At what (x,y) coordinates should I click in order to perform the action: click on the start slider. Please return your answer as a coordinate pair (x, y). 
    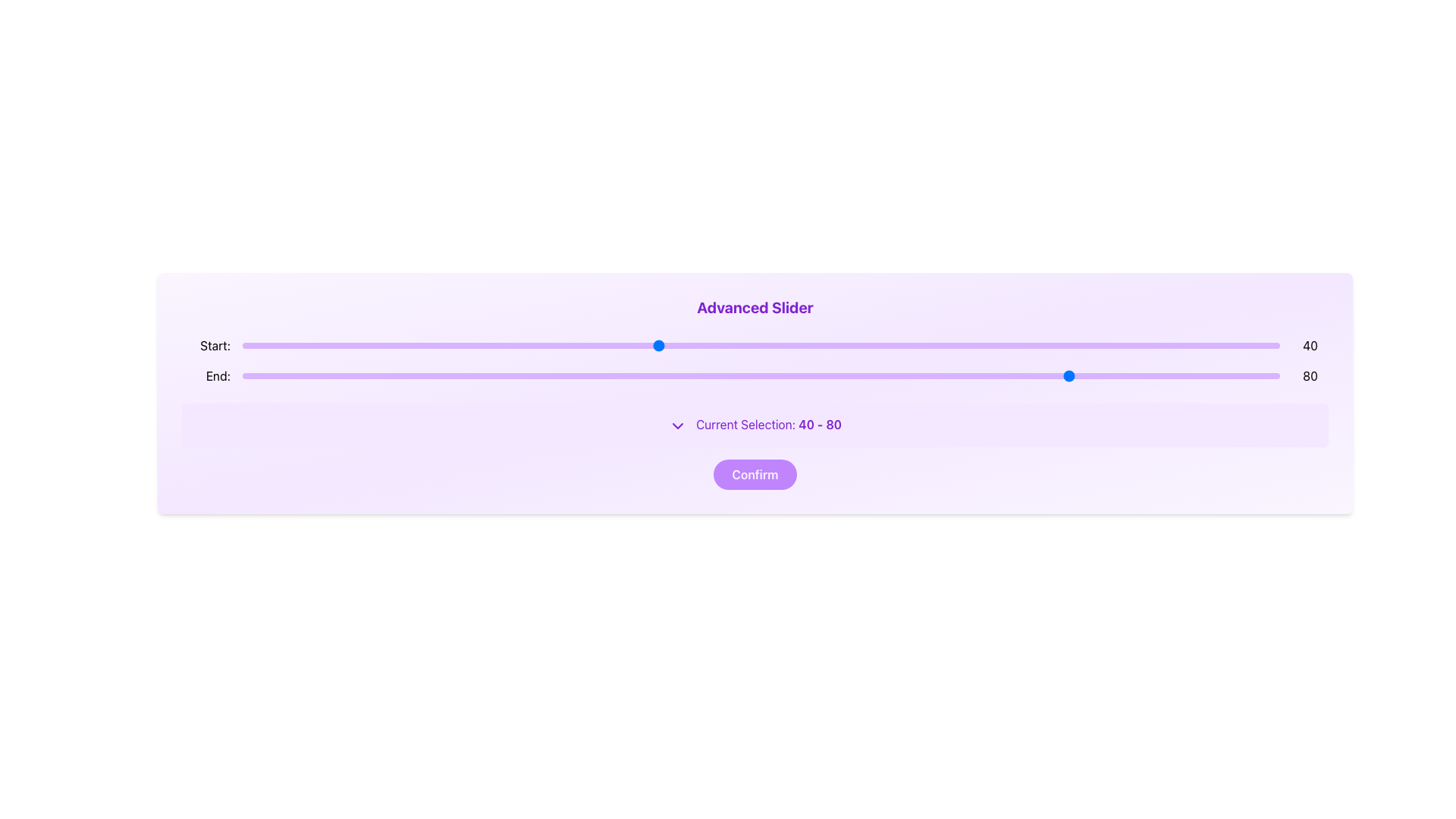
    Looking at the image, I should click on (979, 345).